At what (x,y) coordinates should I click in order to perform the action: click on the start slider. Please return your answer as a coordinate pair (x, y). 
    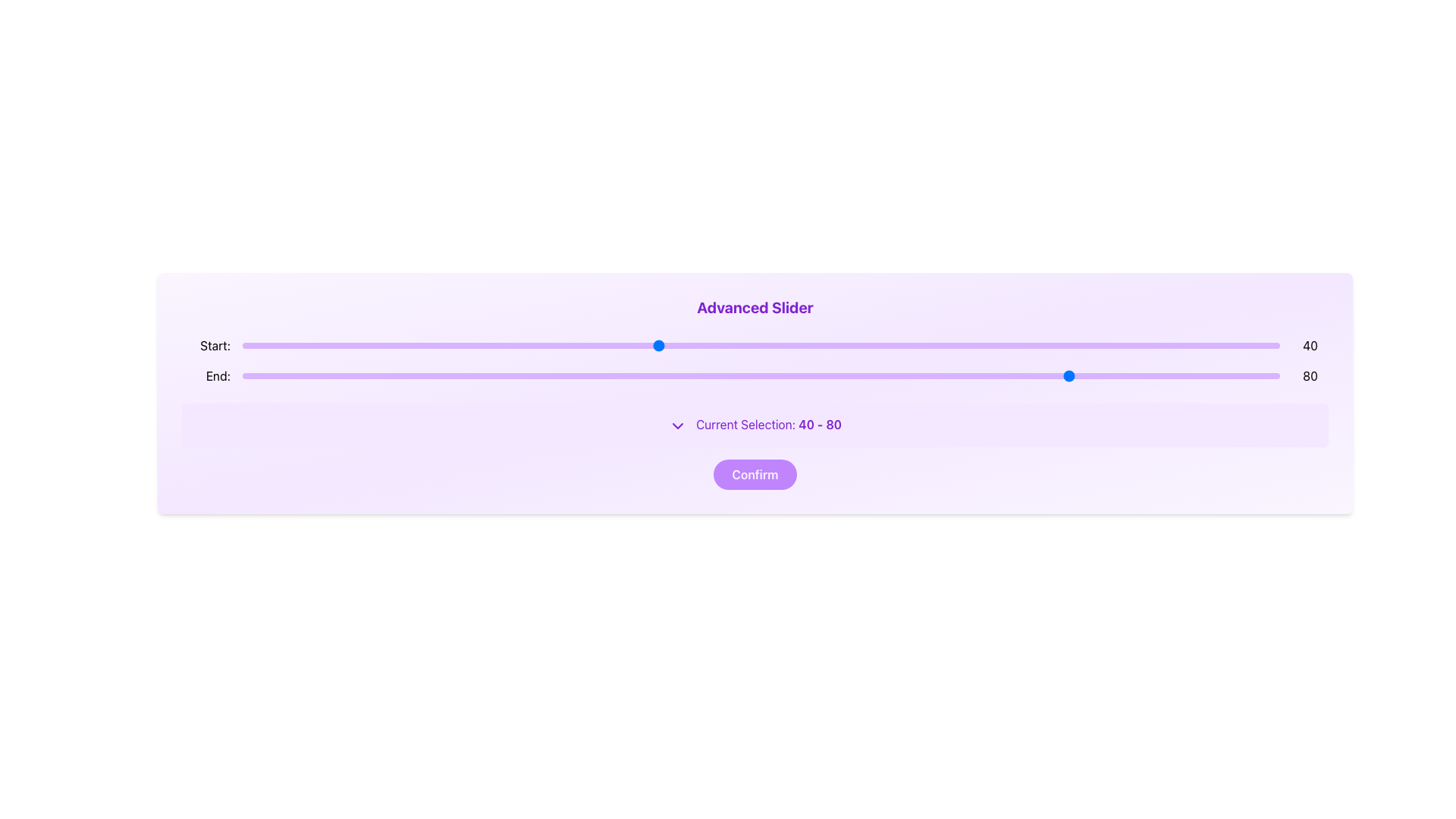
    Looking at the image, I should click on (979, 345).